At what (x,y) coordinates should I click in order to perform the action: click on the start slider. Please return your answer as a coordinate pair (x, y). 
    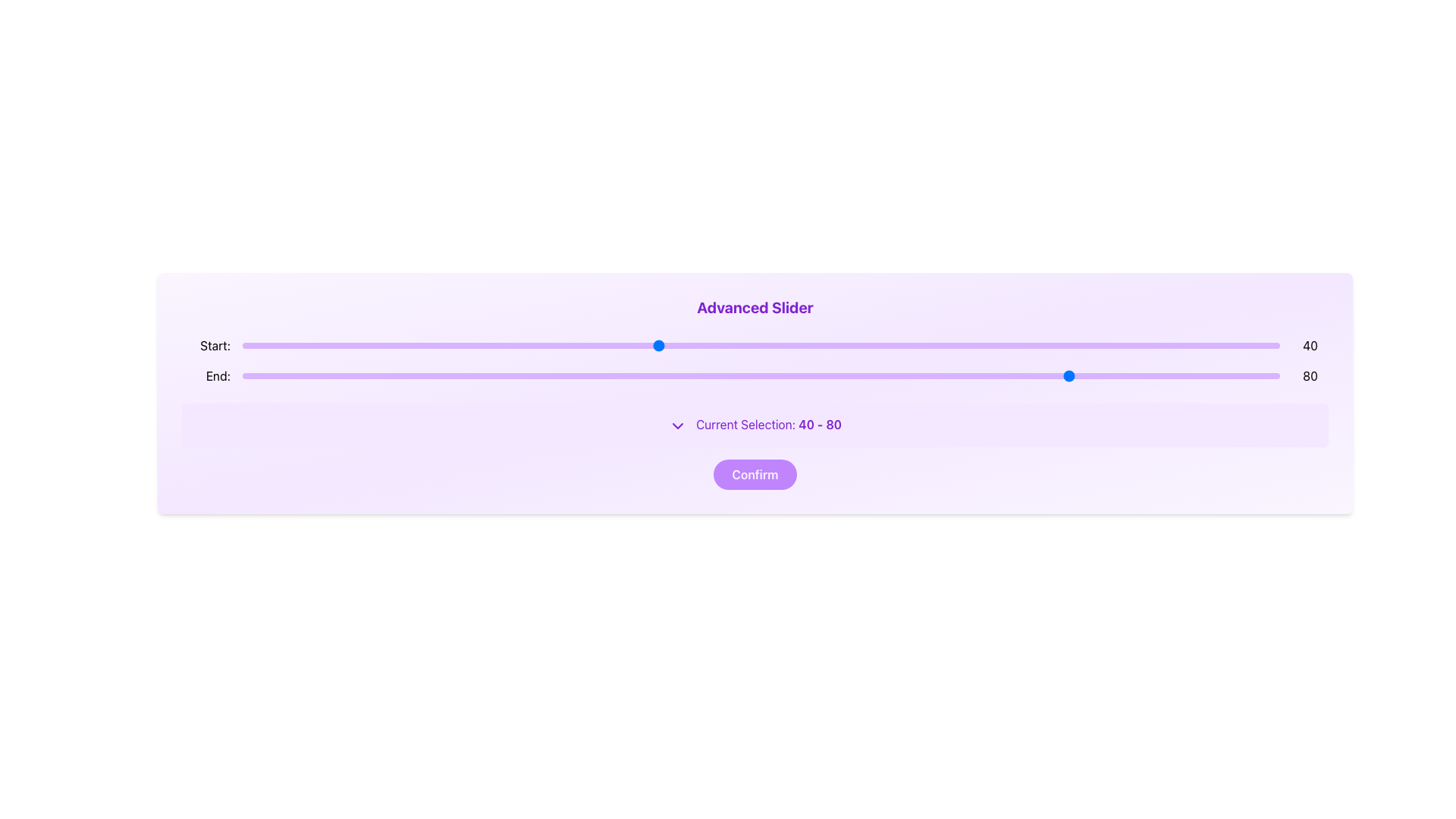
    Looking at the image, I should click on (979, 345).